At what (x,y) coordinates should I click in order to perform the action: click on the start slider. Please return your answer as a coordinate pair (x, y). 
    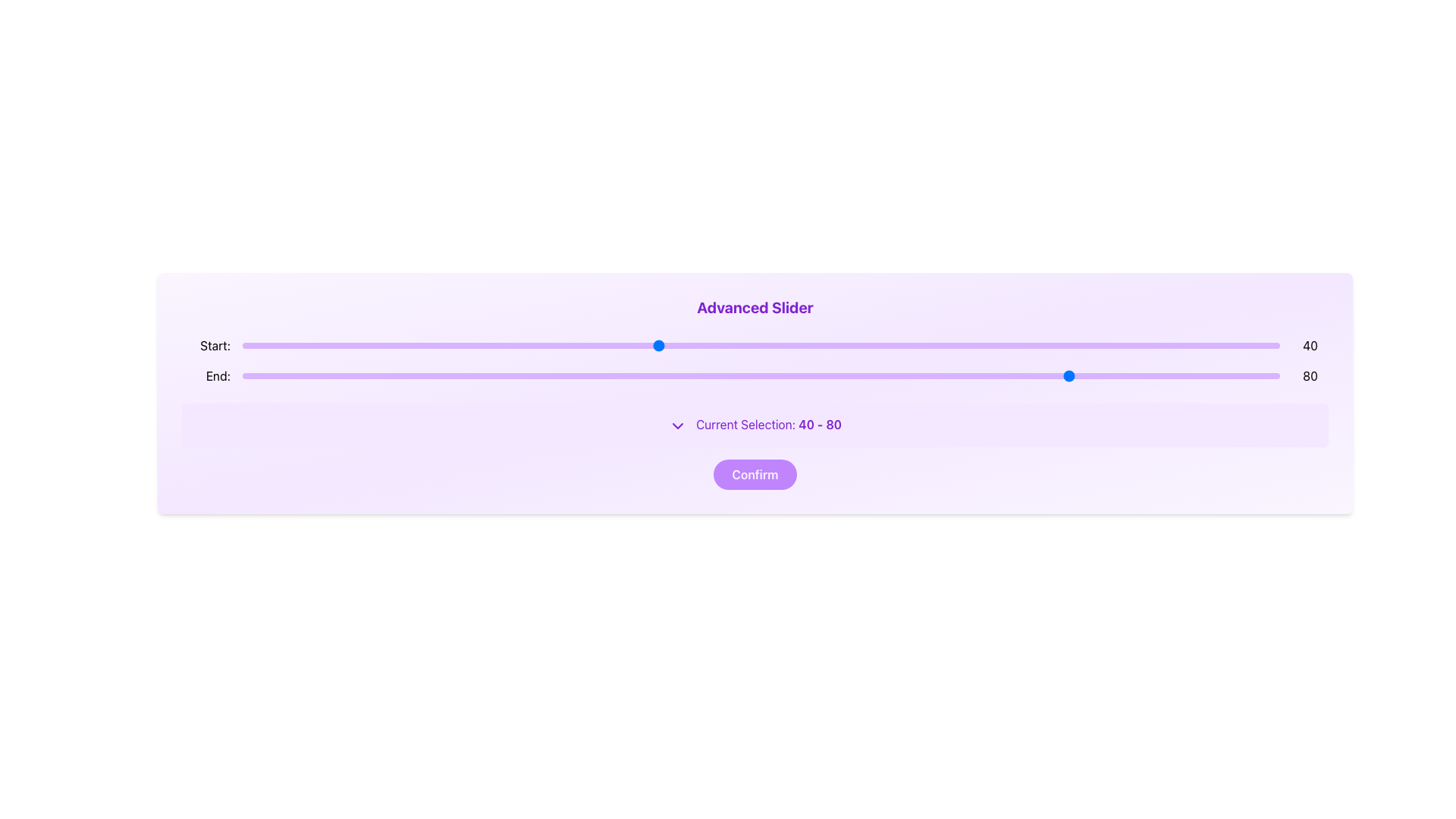
    Looking at the image, I should click on (979, 345).